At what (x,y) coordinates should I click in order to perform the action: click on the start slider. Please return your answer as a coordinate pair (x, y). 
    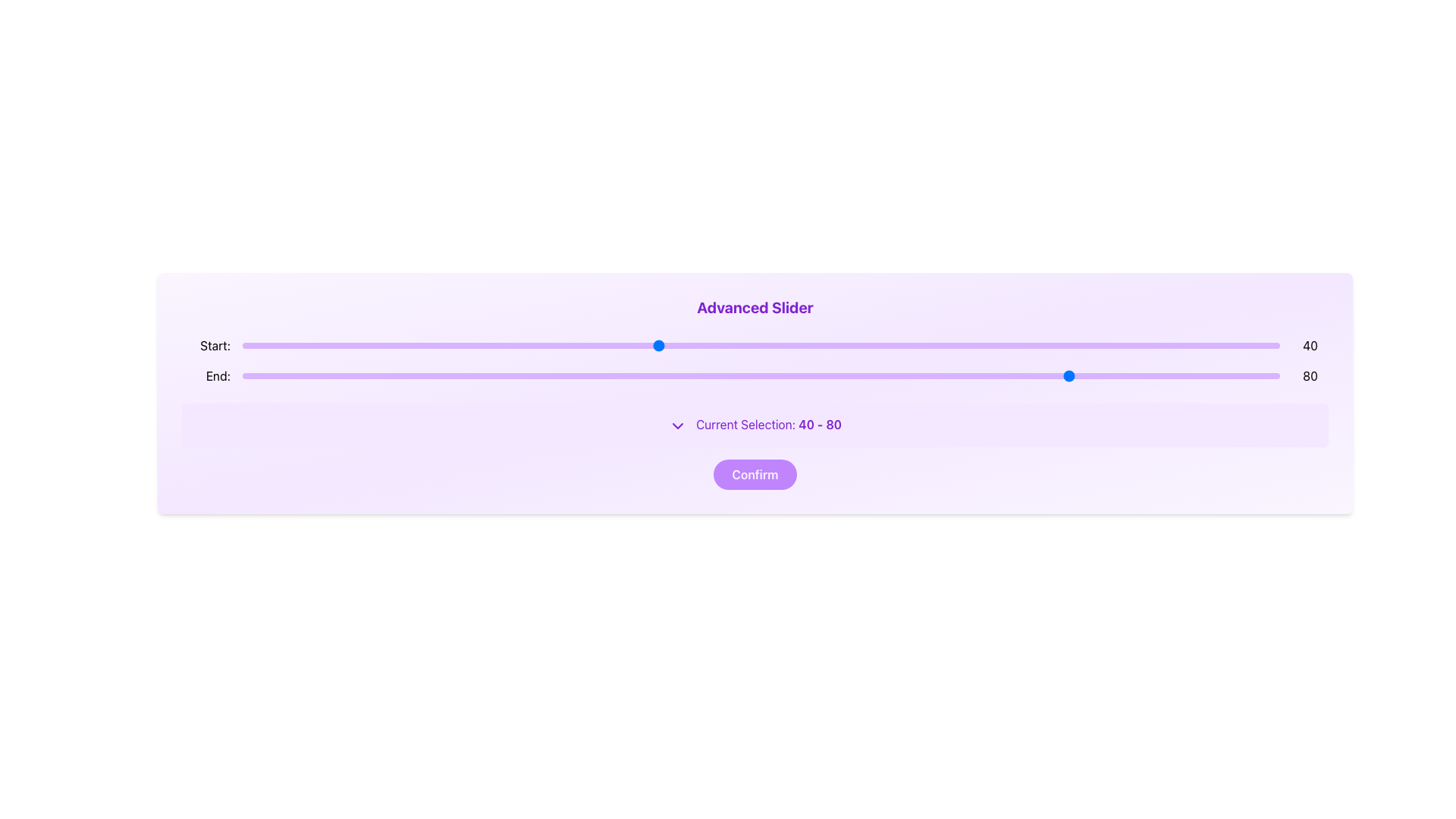
    Looking at the image, I should click on (979, 345).